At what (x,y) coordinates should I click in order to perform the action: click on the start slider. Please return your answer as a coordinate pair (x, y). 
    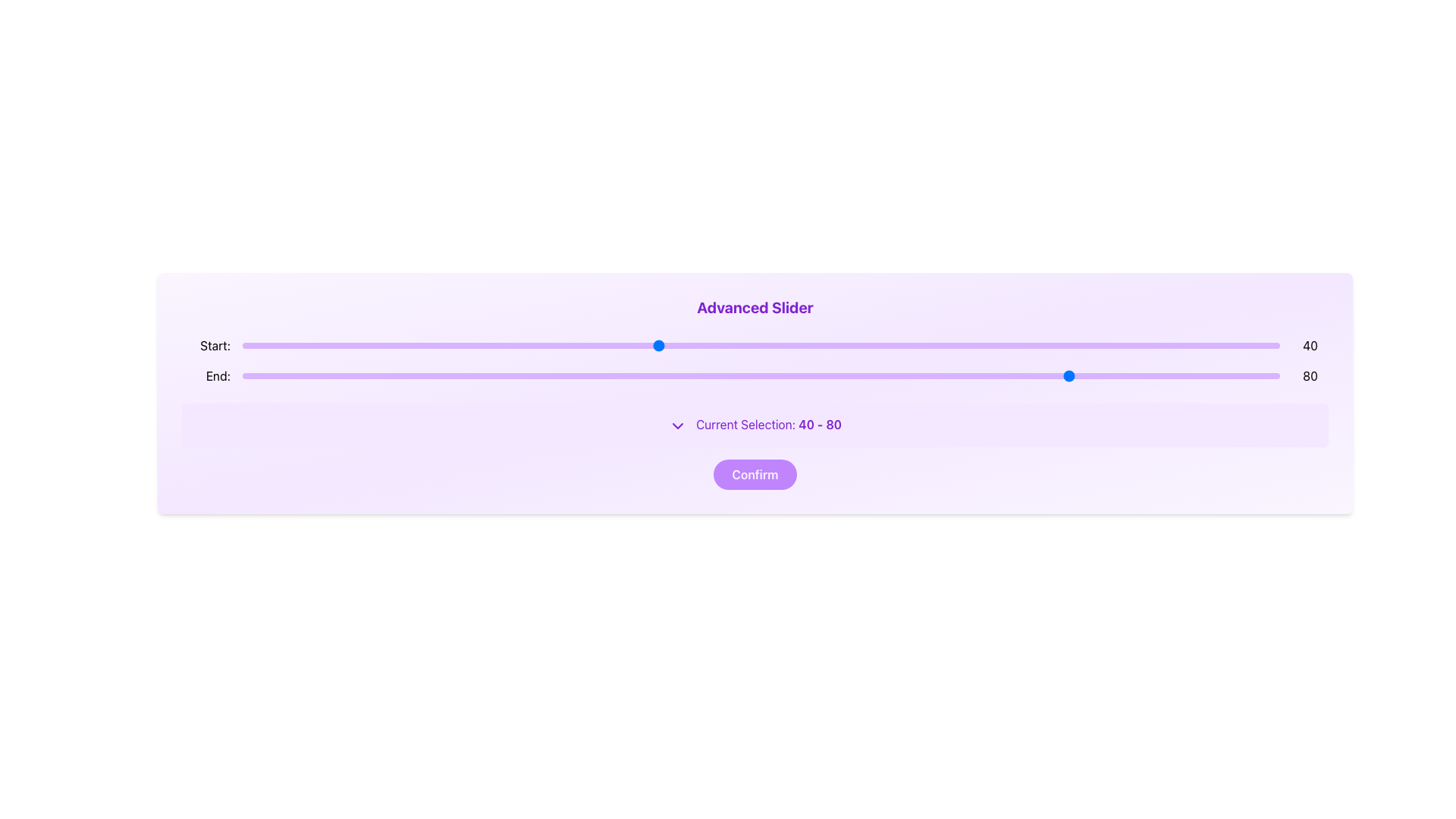
    Looking at the image, I should click on (979, 345).